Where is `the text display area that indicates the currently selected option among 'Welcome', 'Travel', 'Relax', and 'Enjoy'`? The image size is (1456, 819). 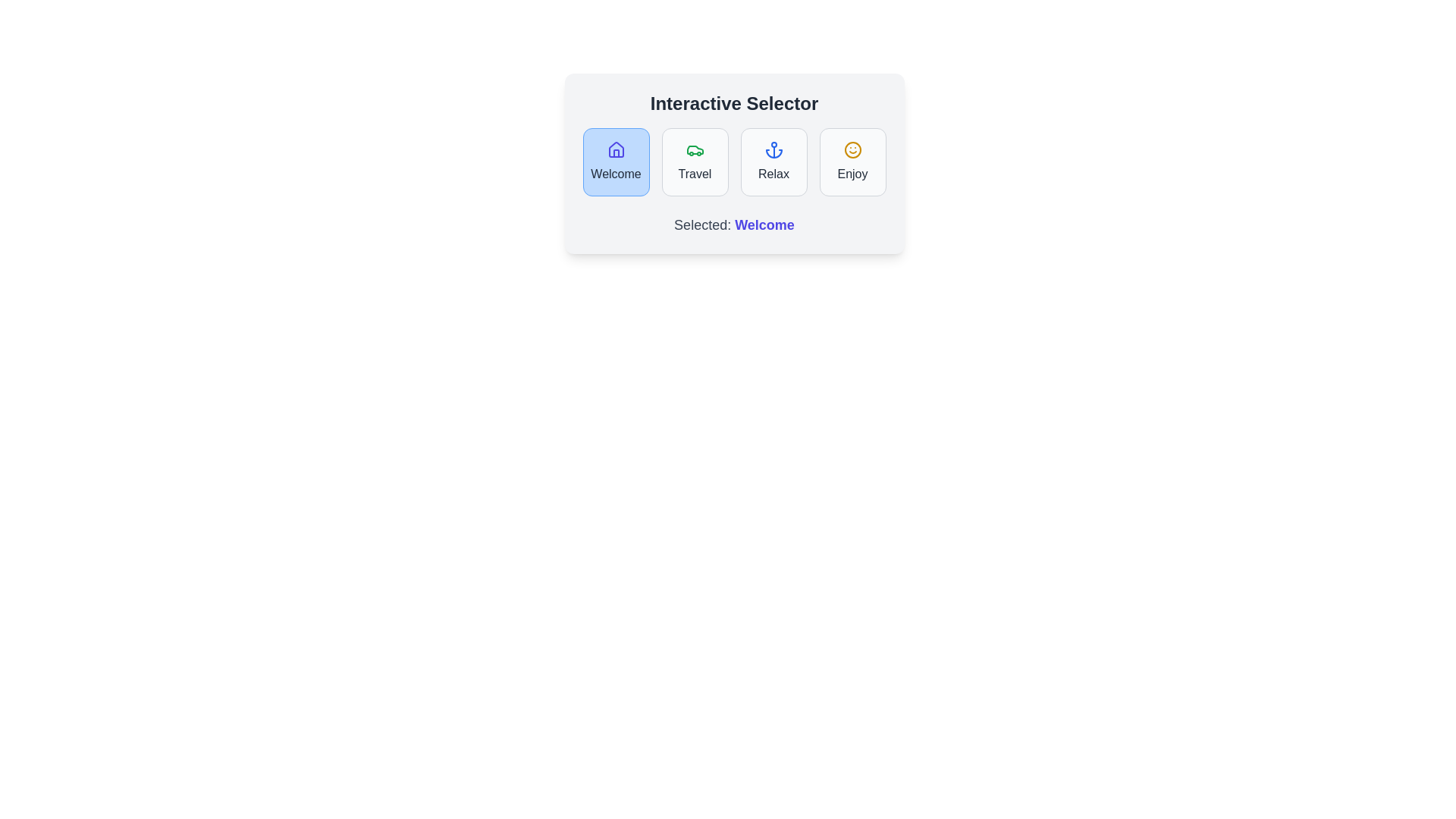 the text display area that indicates the currently selected option among 'Welcome', 'Travel', 'Relax', and 'Enjoy' is located at coordinates (734, 225).